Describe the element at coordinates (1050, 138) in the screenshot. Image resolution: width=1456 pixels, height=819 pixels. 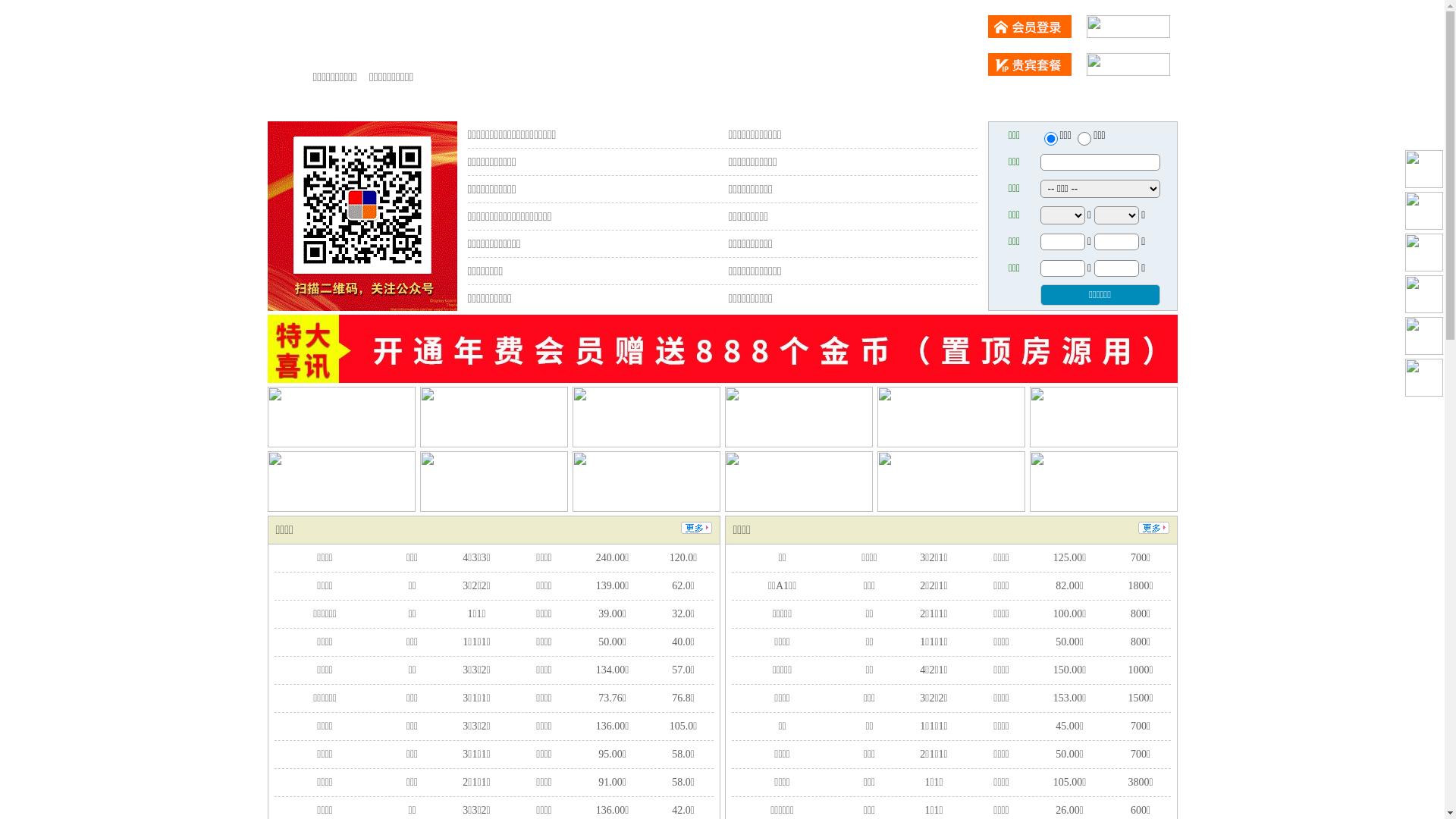
I see `'ershou'` at that location.